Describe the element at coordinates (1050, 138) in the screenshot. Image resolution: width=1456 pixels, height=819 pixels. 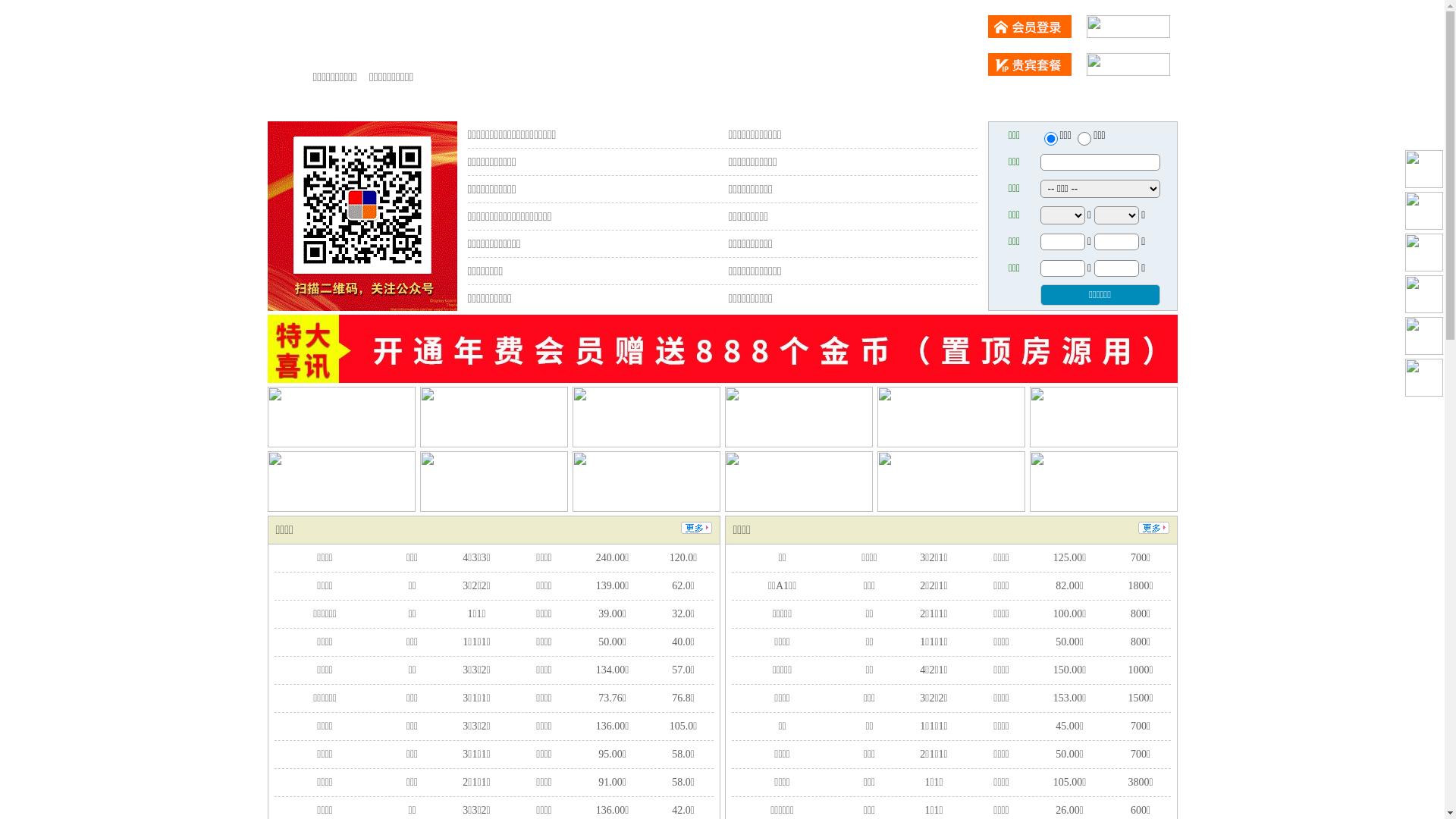
I see `'ershou'` at that location.